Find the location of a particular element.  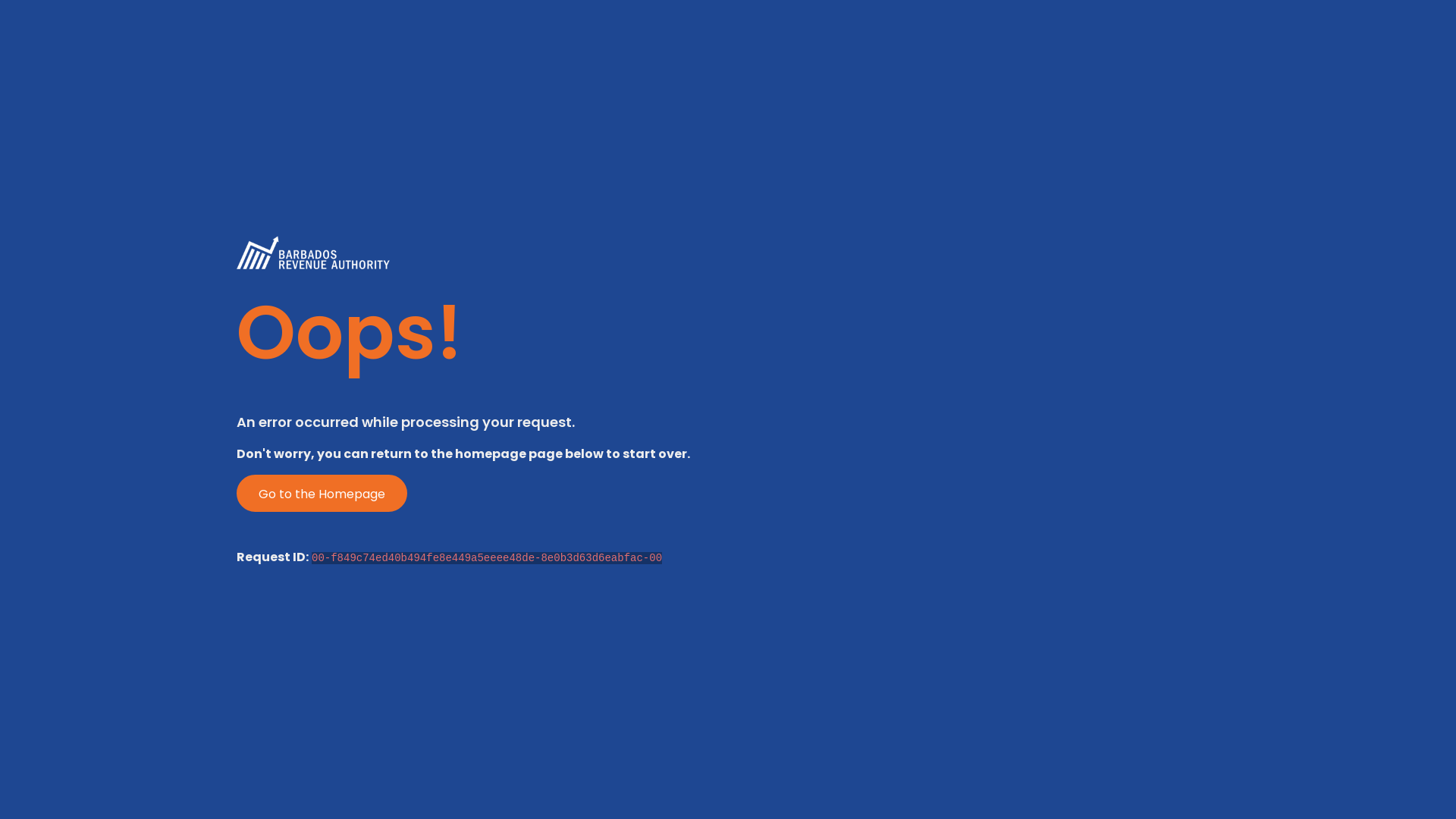

'Go to the Homepage' is located at coordinates (321, 493).